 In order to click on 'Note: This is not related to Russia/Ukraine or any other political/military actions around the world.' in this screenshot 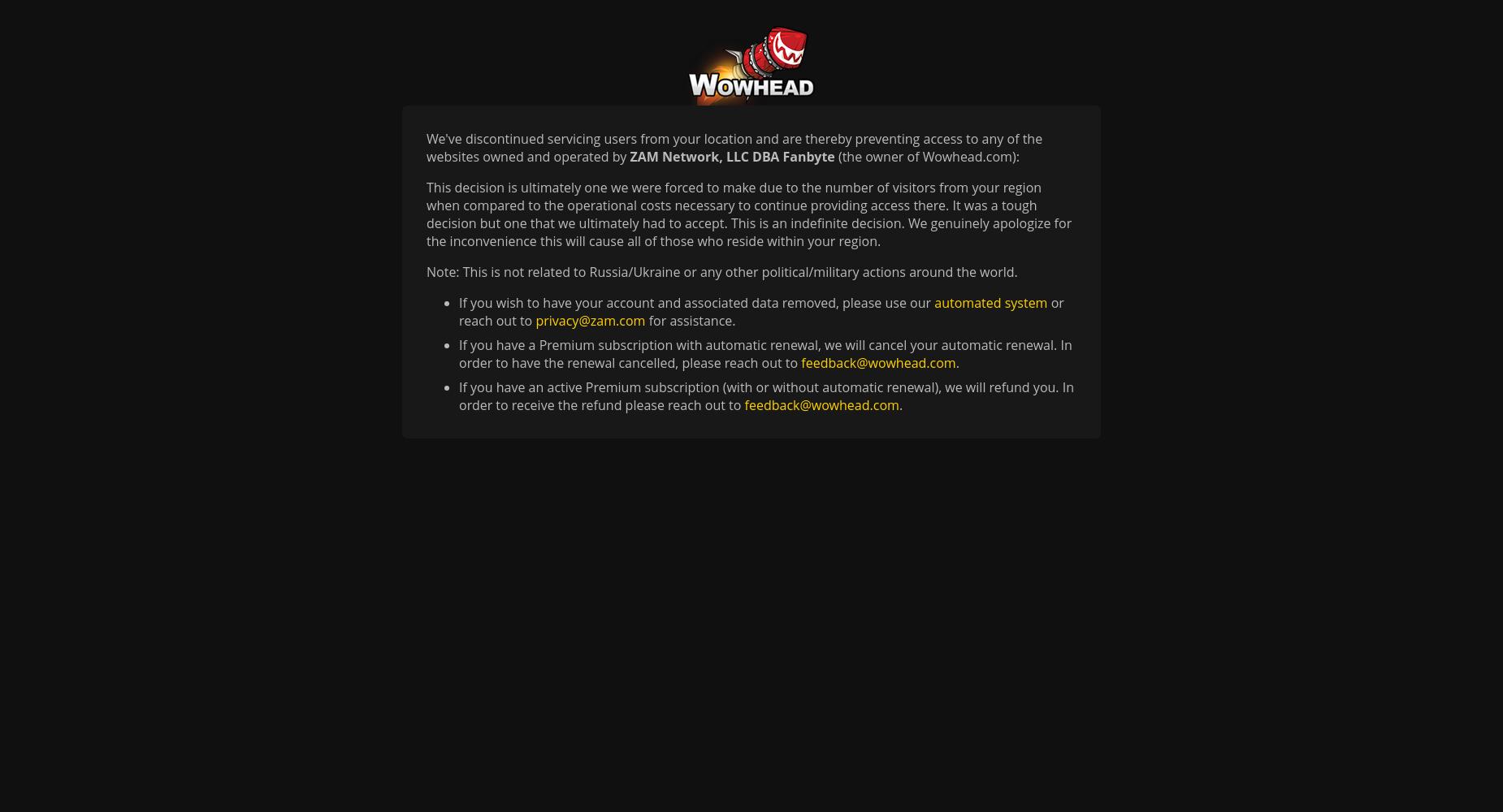, I will do `click(721, 271)`.